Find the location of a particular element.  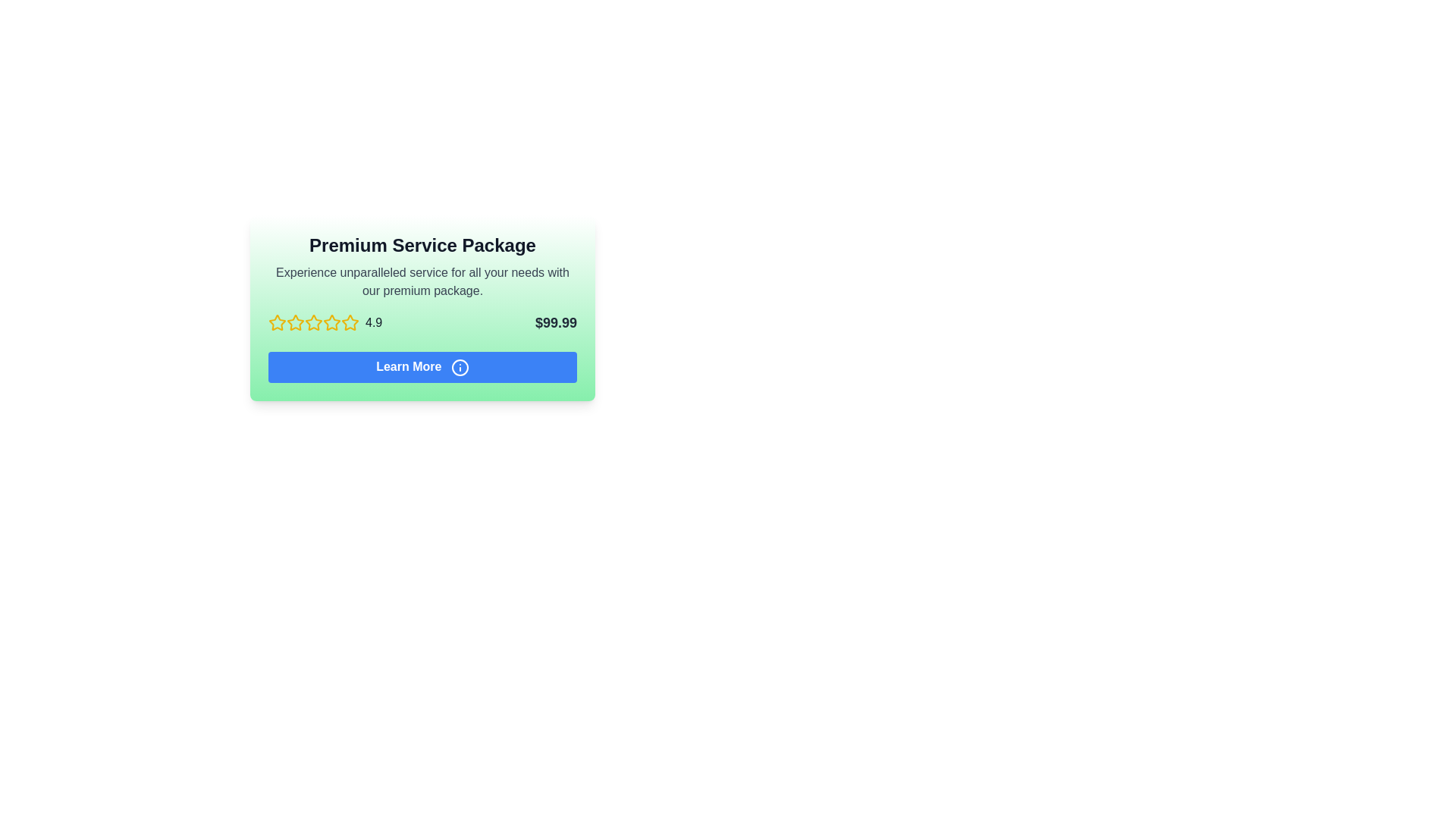

the third star icon that visually represents the rating value in a sequence of five stars, located to the left of the rating number '4.9' is located at coordinates (295, 322).